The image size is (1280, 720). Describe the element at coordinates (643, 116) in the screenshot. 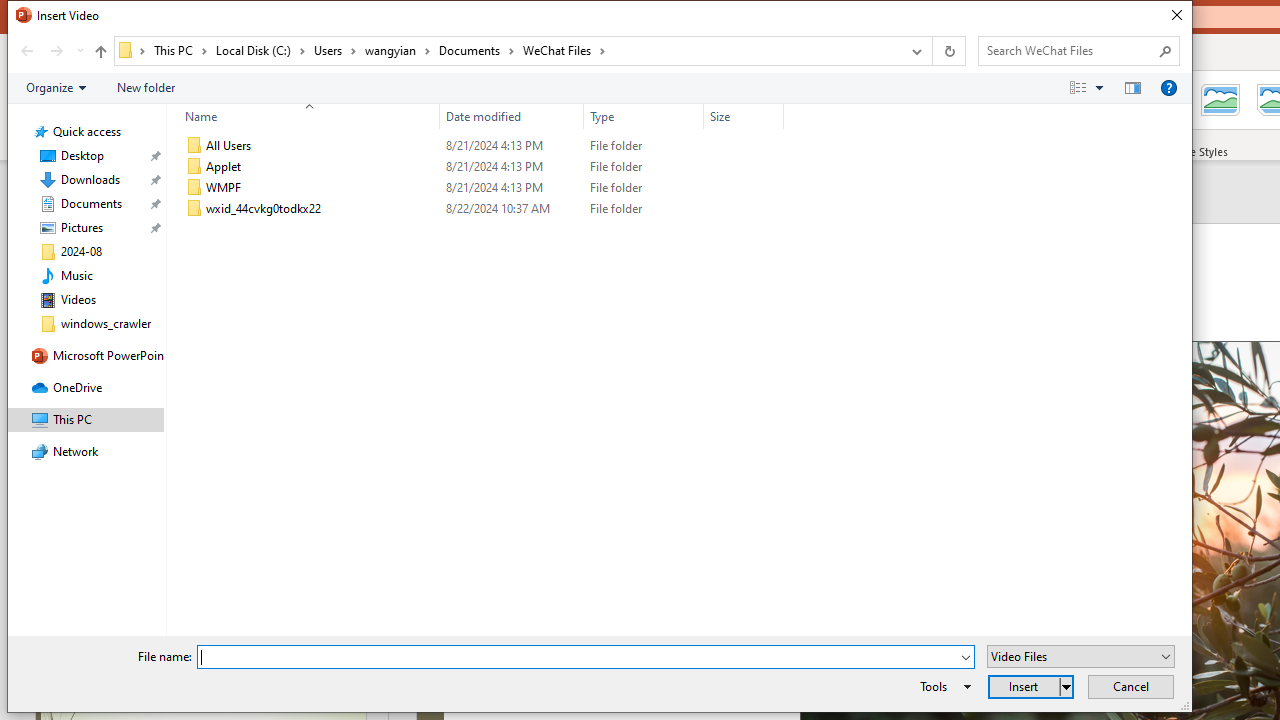

I see `'Type'` at that location.